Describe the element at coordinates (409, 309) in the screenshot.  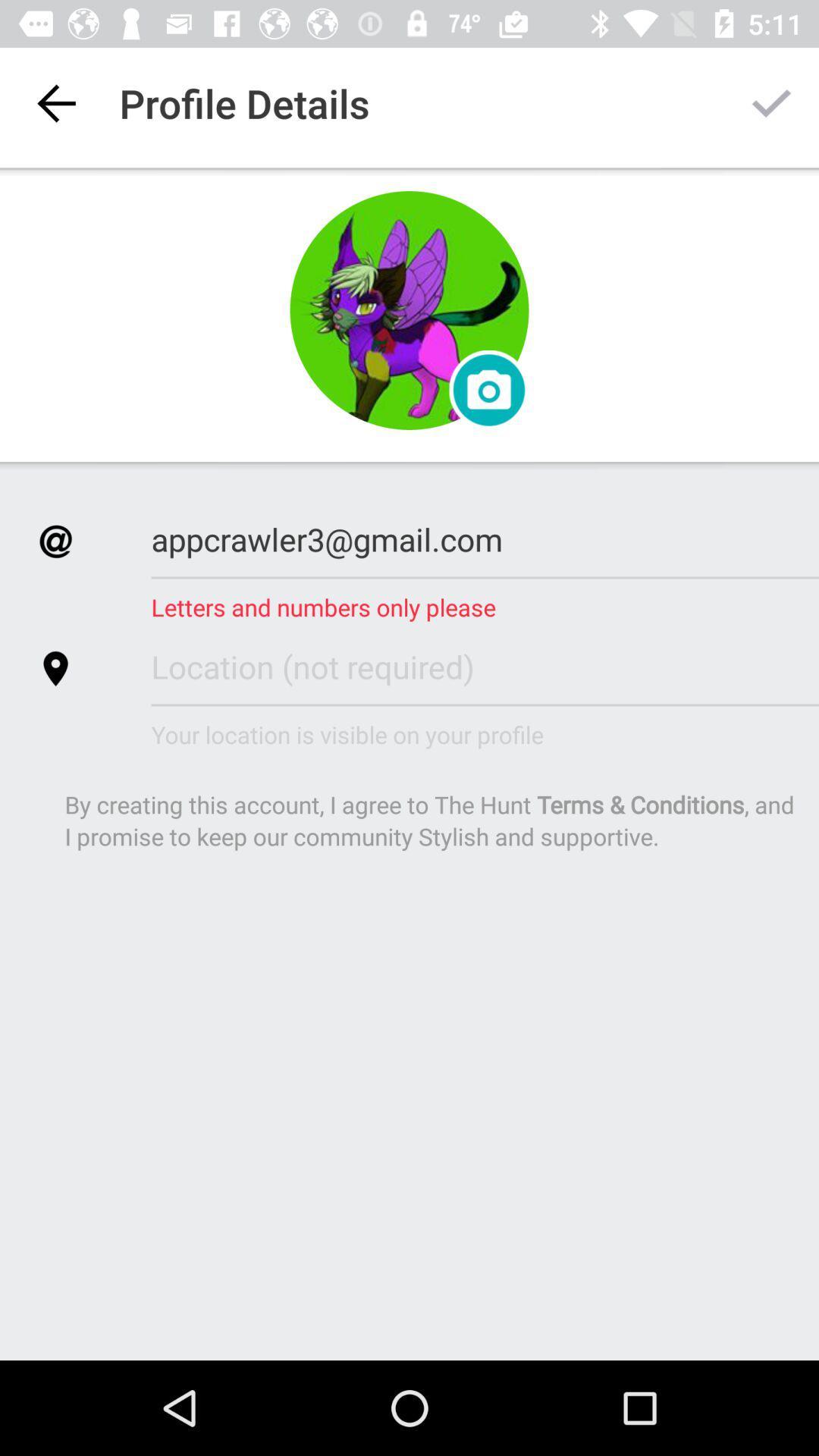
I see `choose profile picture` at that location.